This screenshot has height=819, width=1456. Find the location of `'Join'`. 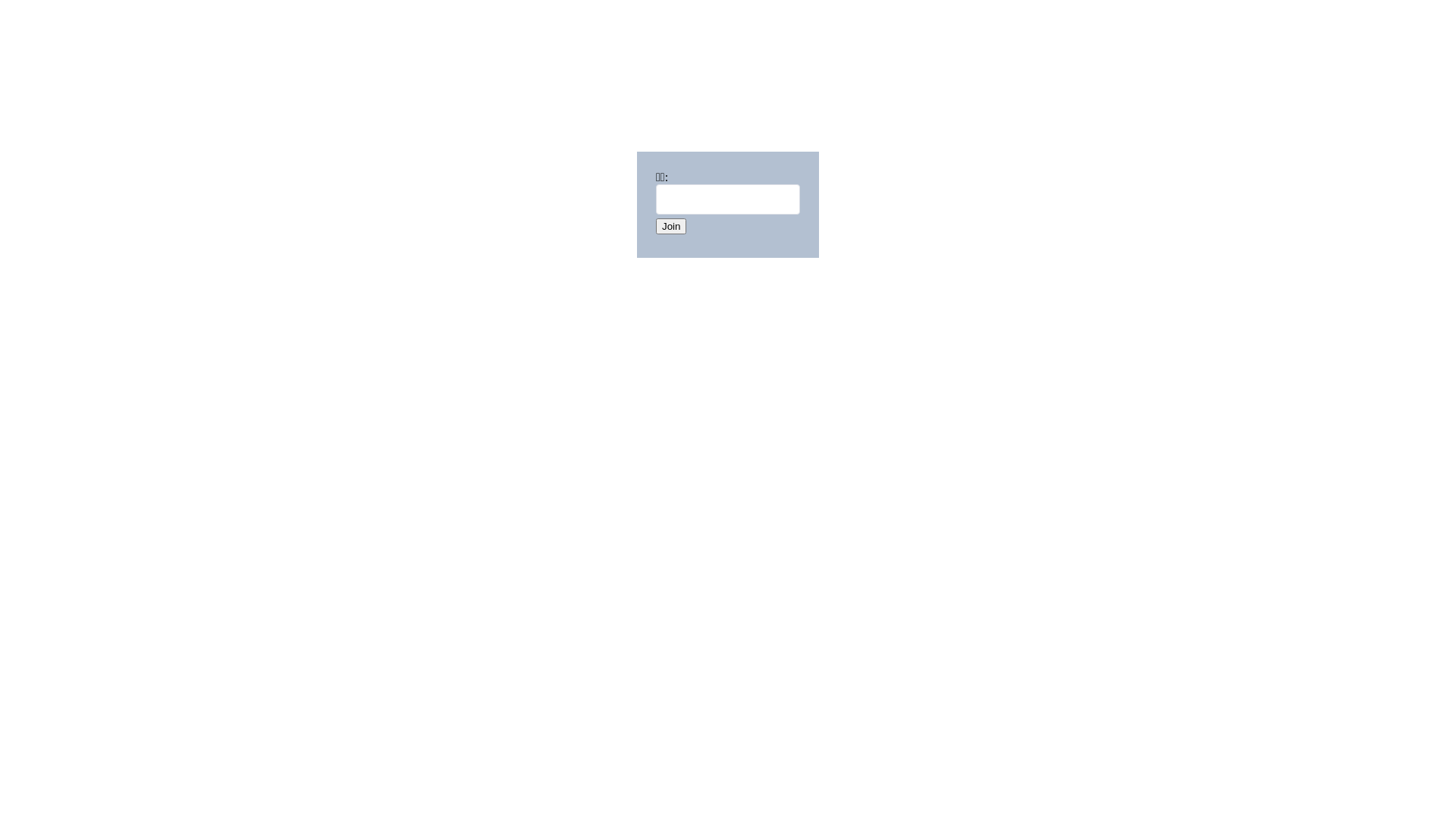

'Join' is located at coordinates (670, 226).